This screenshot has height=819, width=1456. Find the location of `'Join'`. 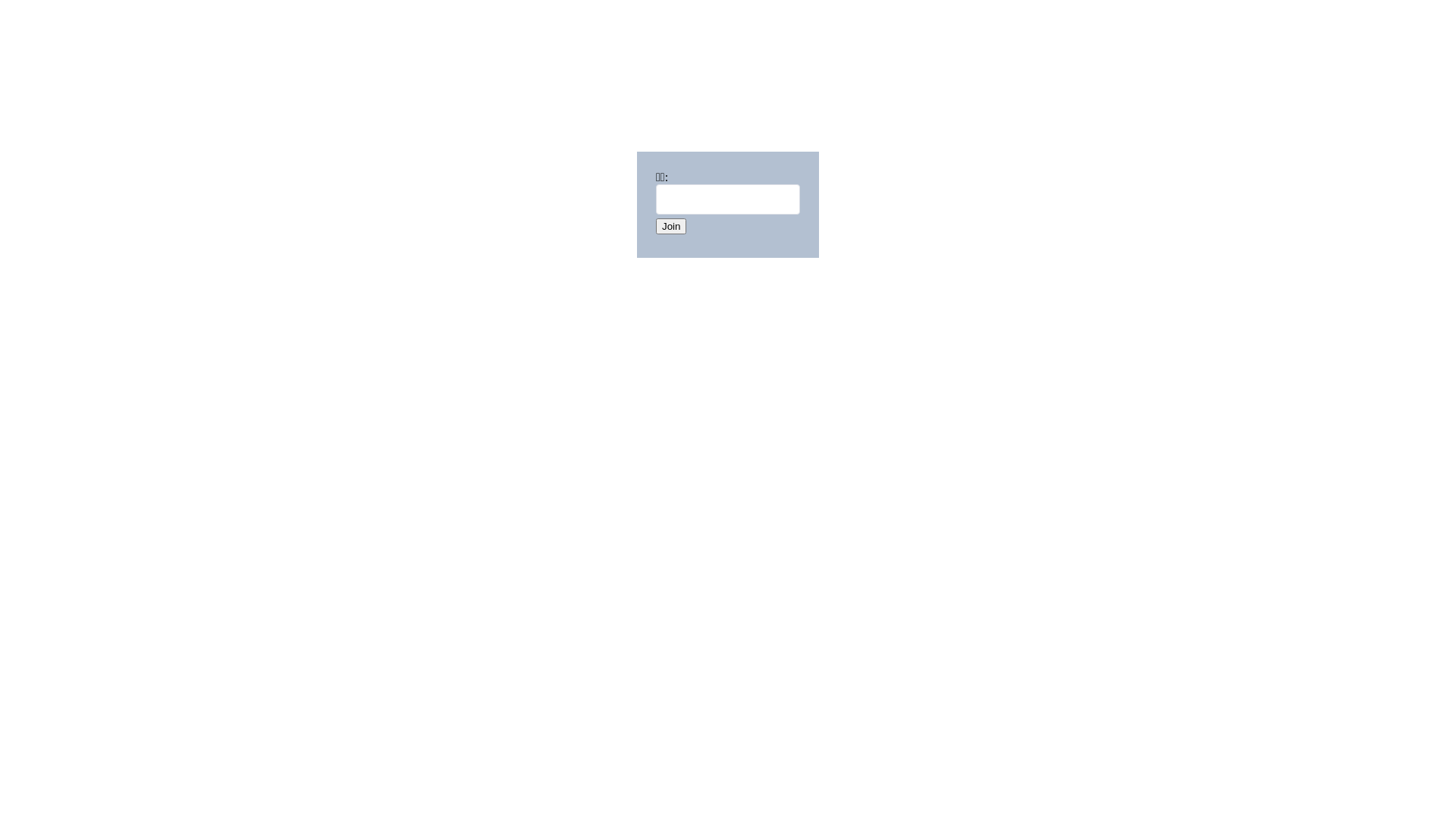

'Join' is located at coordinates (670, 226).